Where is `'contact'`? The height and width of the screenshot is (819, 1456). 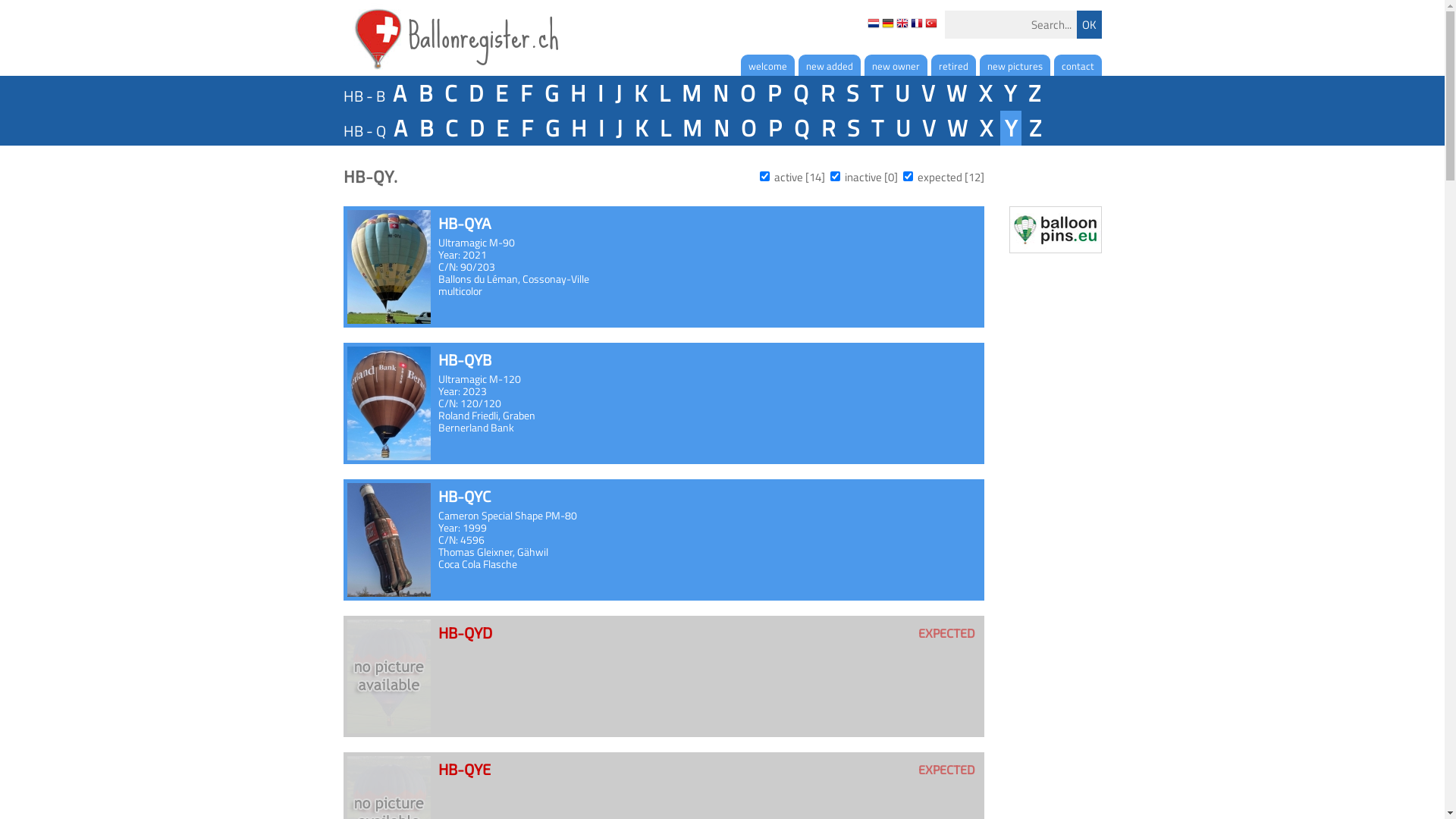
'contact' is located at coordinates (1077, 64).